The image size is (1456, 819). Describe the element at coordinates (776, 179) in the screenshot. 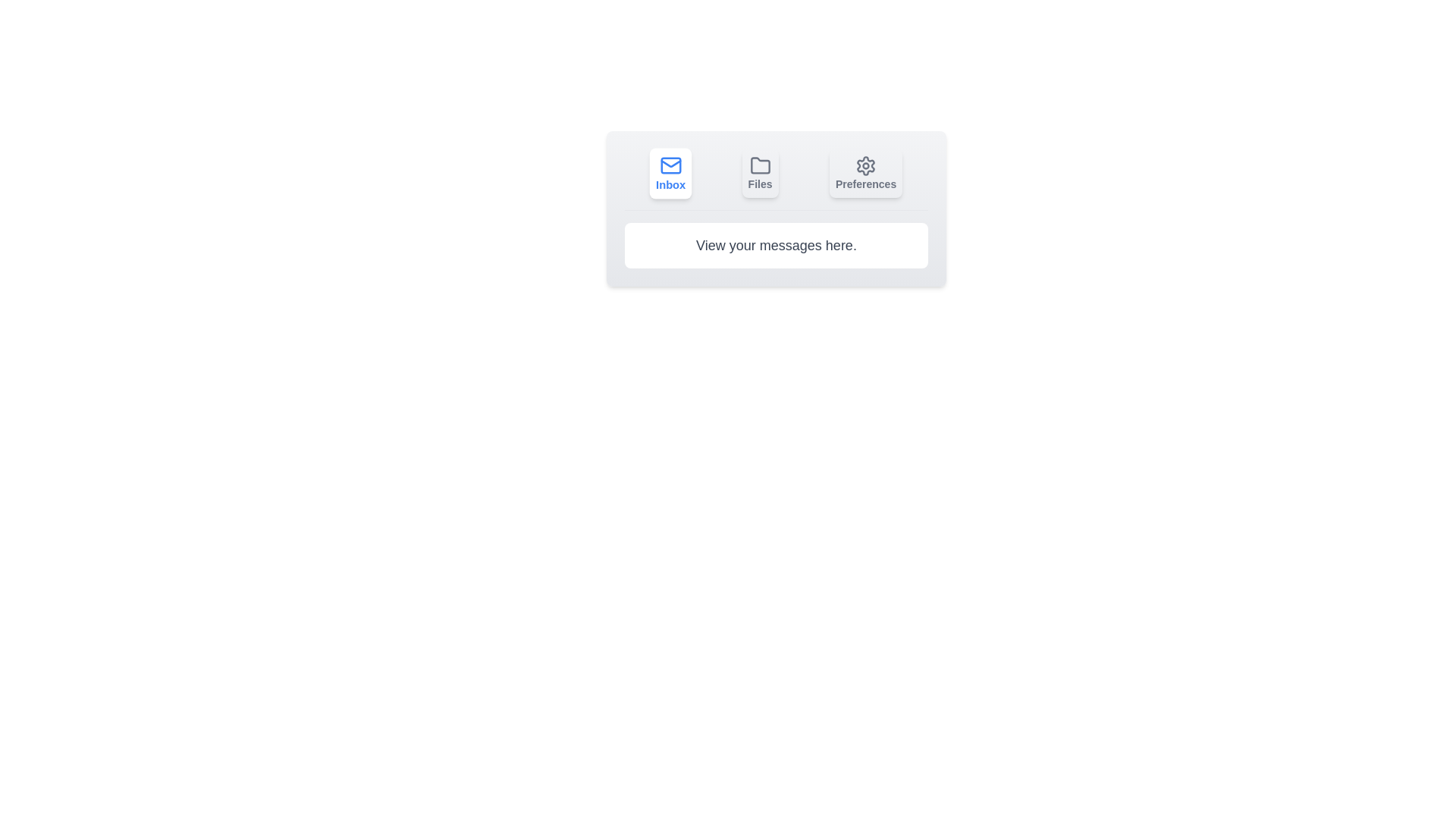

I see `the 'Files' button in the navigation bar` at that location.